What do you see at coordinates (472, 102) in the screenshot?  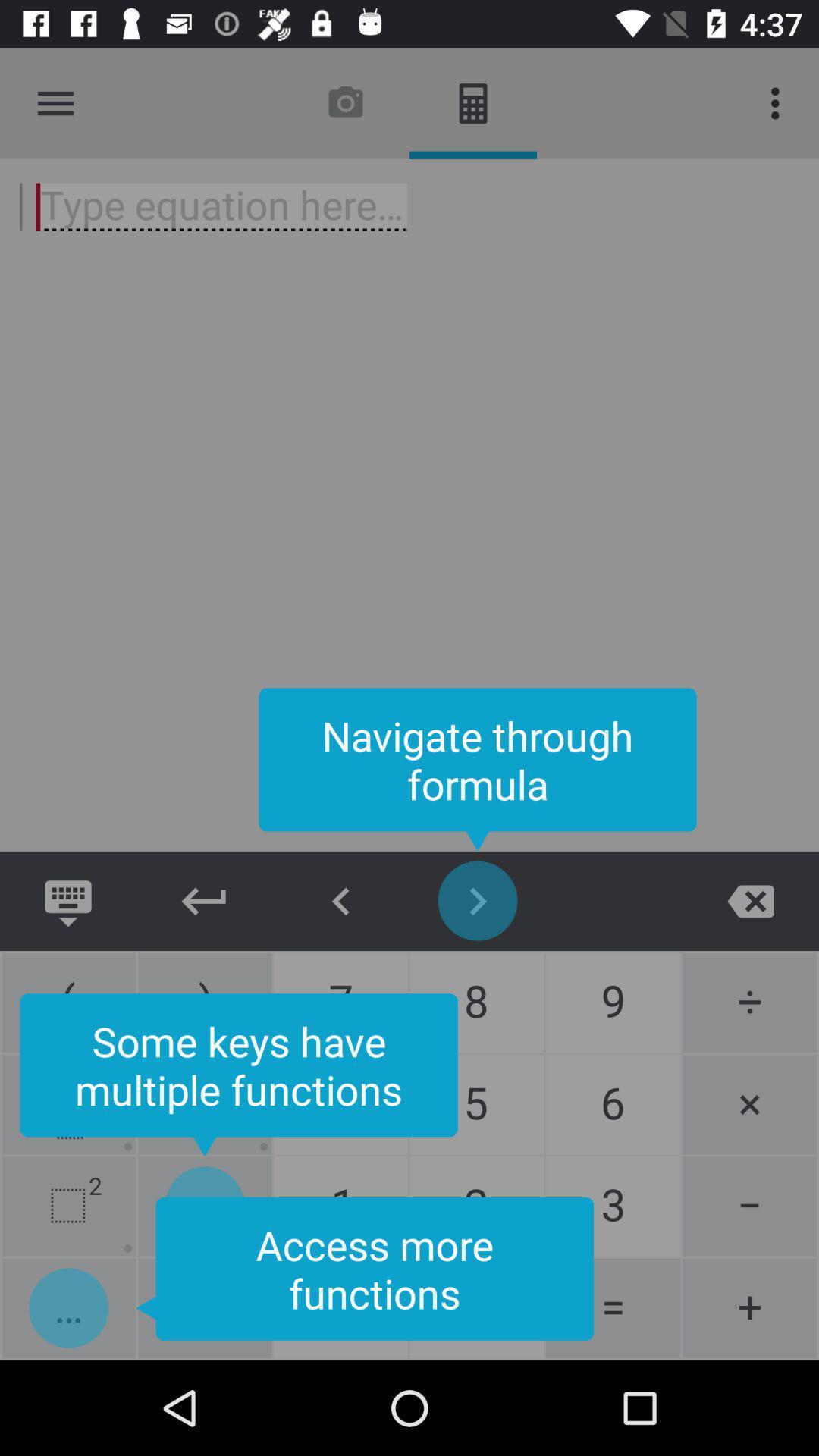 I see `the image which is beside camera` at bounding box center [472, 102].